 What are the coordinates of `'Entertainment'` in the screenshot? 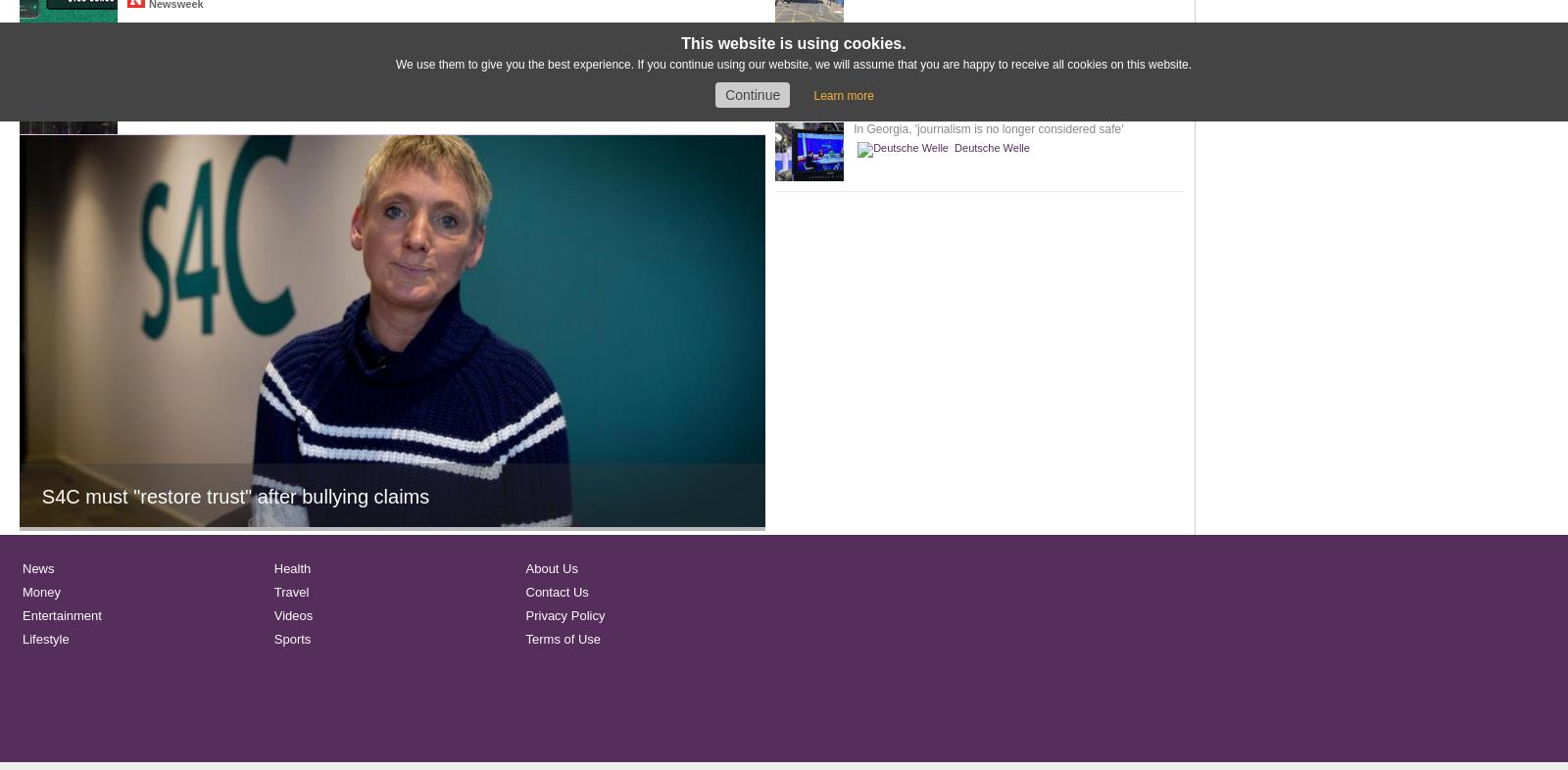 It's located at (61, 615).